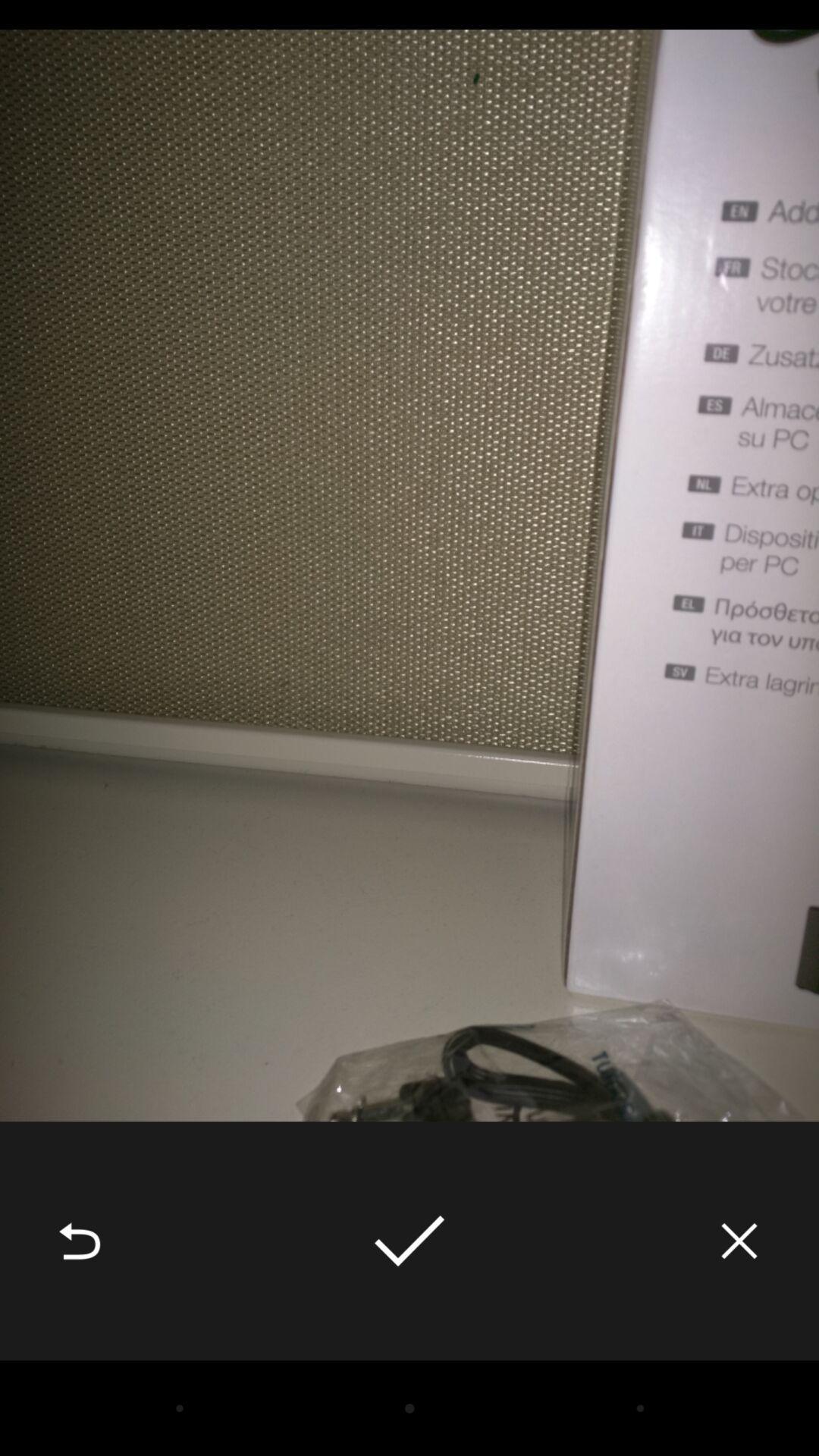  I want to click on the icon at the bottom left corner, so click(79, 1241).